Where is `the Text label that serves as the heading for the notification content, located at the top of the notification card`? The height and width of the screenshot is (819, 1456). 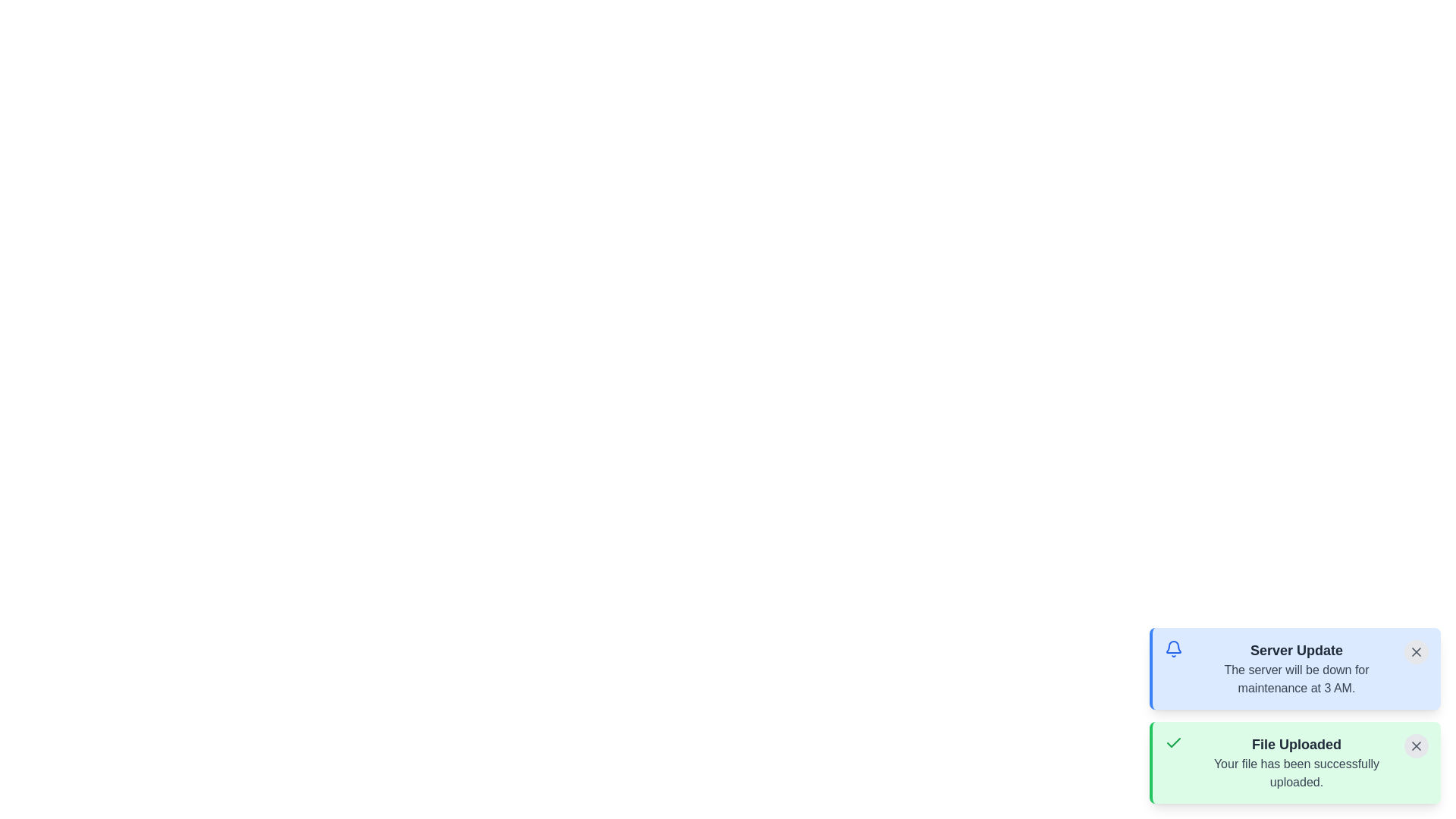 the Text label that serves as the heading for the notification content, located at the top of the notification card is located at coordinates (1295, 649).